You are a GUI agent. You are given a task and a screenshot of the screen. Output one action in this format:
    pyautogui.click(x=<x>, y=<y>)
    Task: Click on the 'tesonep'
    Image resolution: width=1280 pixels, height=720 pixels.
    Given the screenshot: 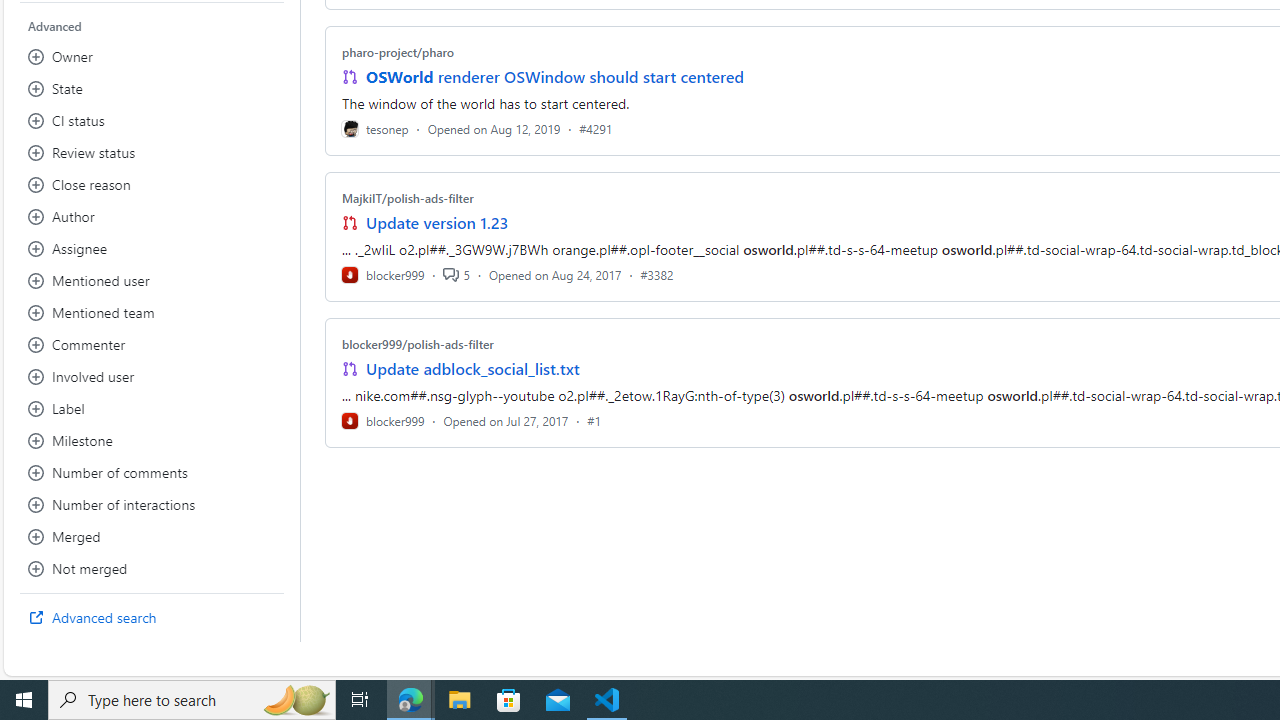 What is the action you would take?
    pyautogui.click(x=375, y=128)
    